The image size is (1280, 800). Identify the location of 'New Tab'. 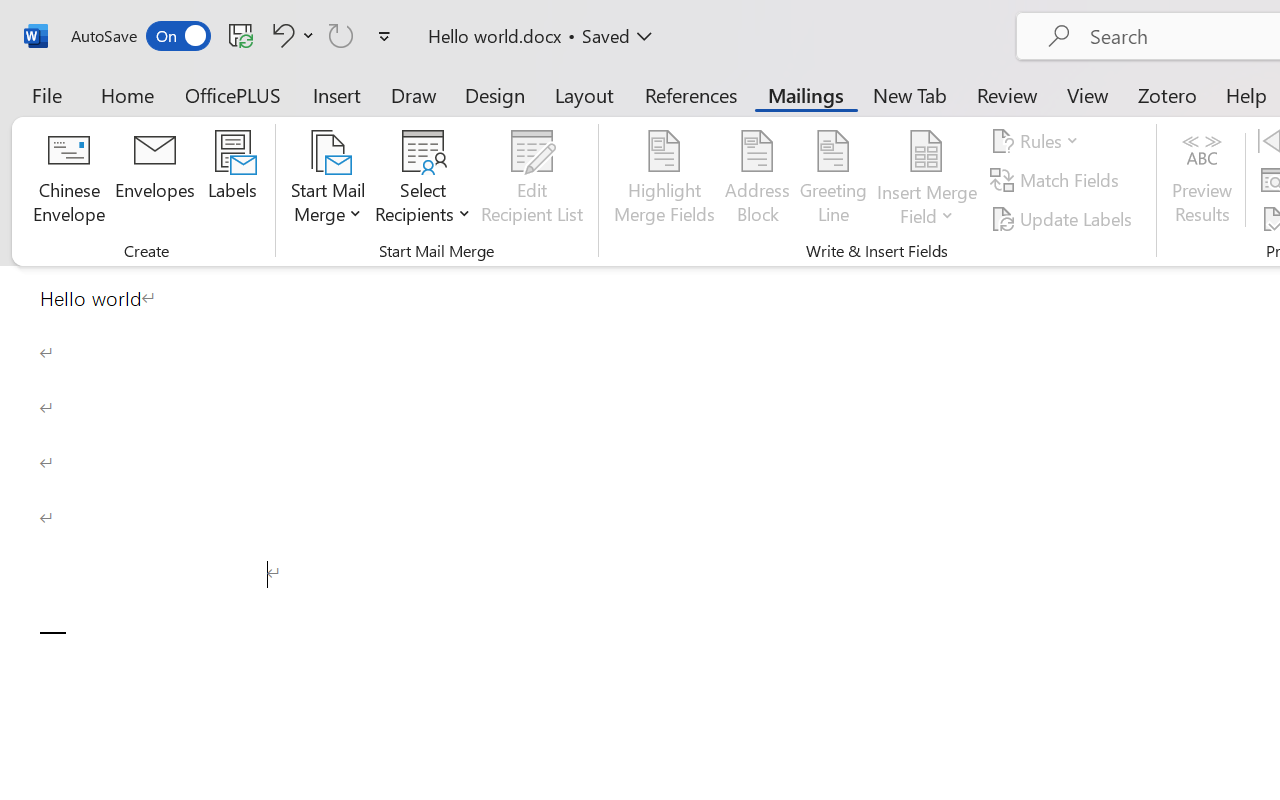
(909, 94).